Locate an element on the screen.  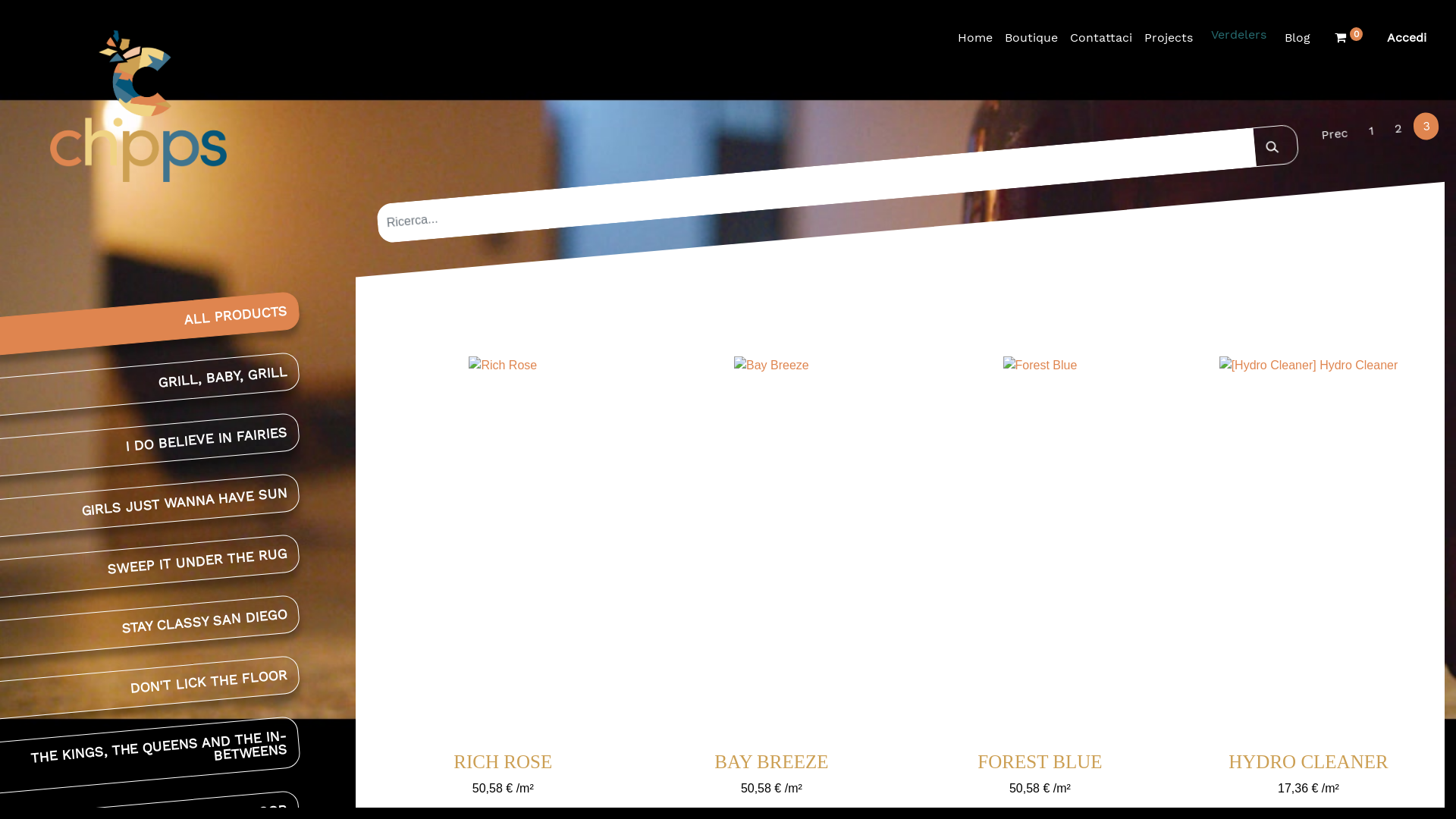
'Verdelers' is located at coordinates (1238, 34).